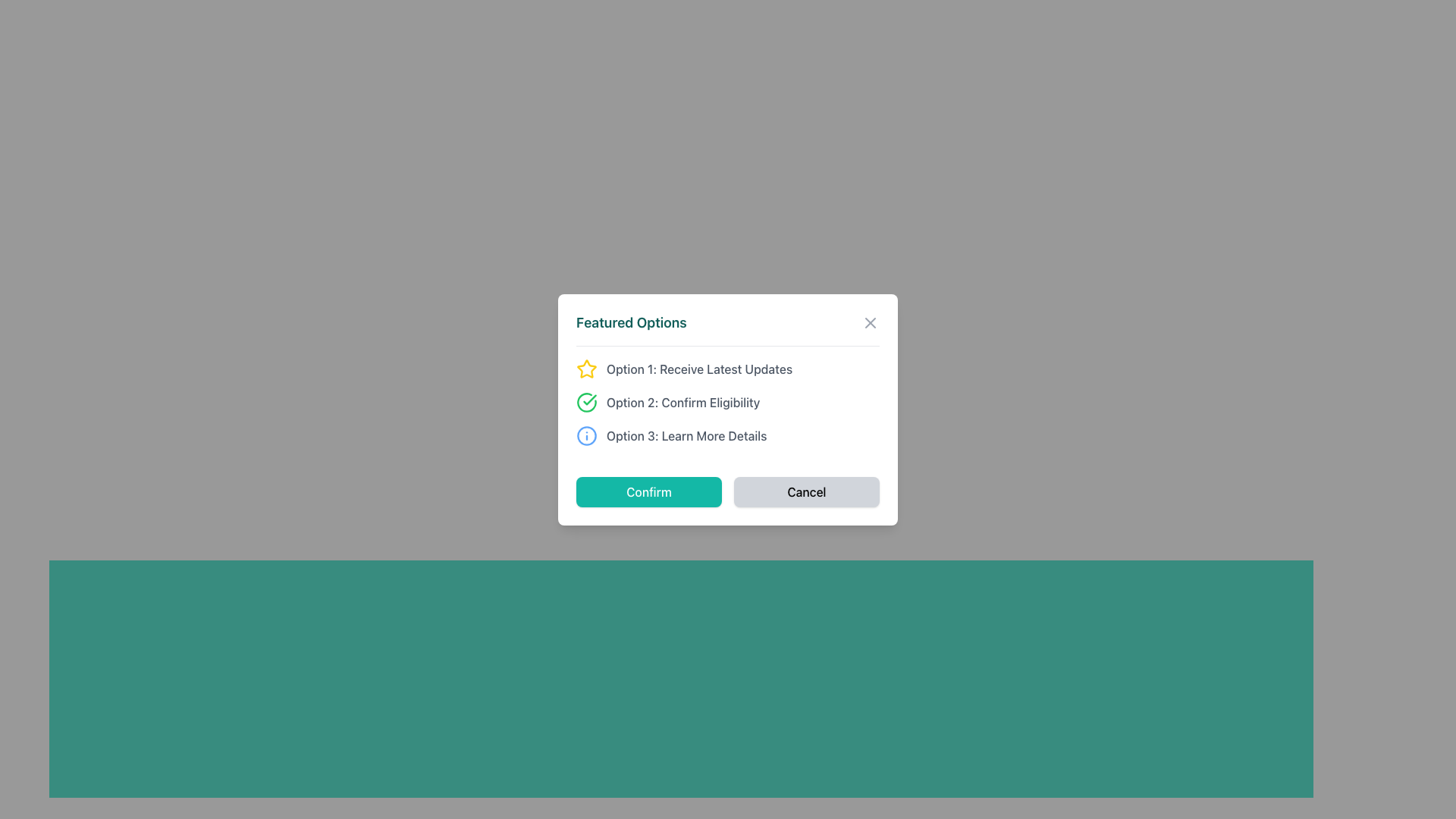 Image resolution: width=1456 pixels, height=819 pixels. What do you see at coordinates (588, 399) in the screenshot?
I see `the green checkmark icon inside the modal under 'Option 2: Confirm Eligibility', indicating a successful action` at bounding box center [588, 399].